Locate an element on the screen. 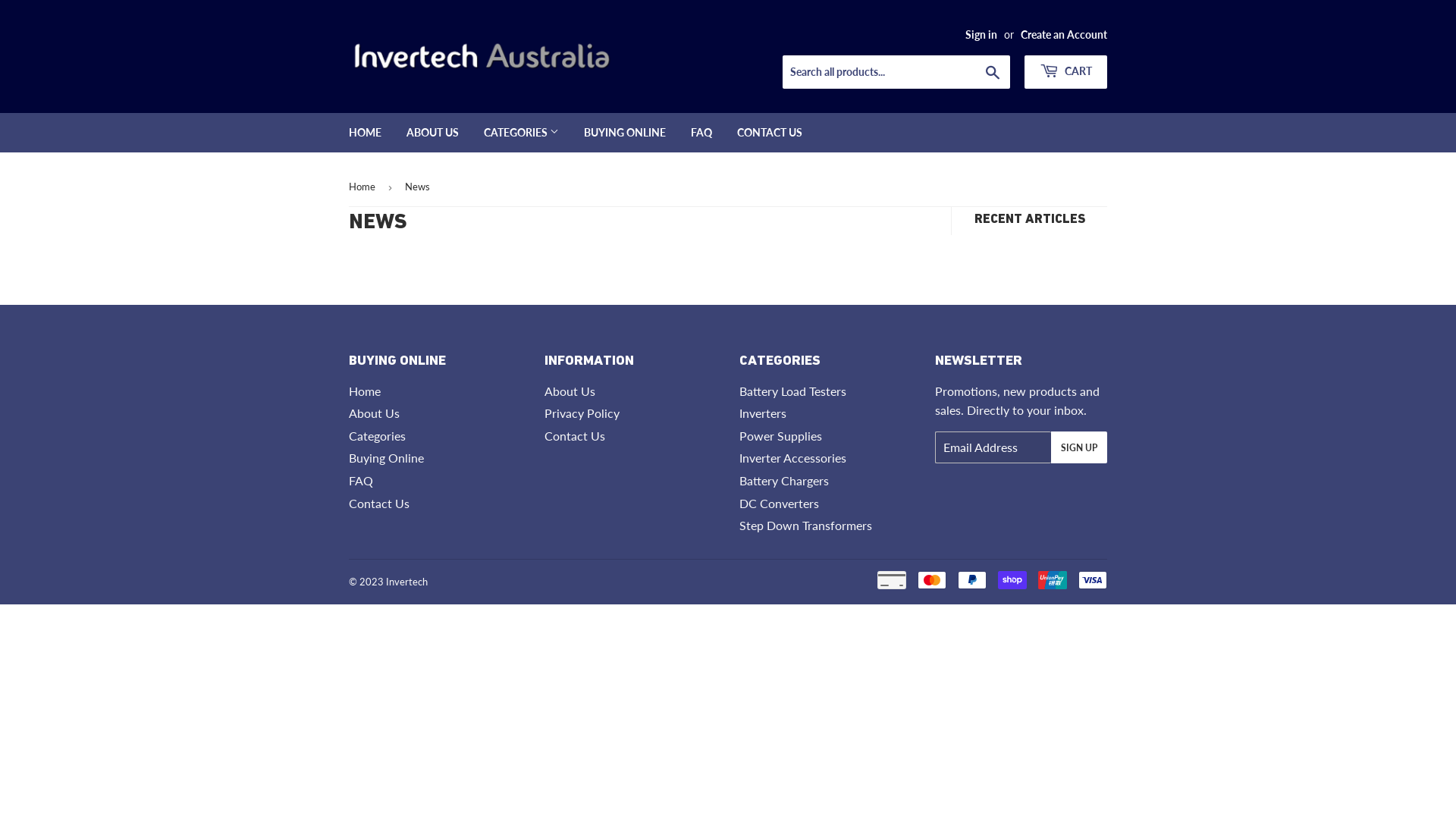 The width and height of the screenshot is (1456, 819). 'Sign in' is located at coordinates (981, 34).